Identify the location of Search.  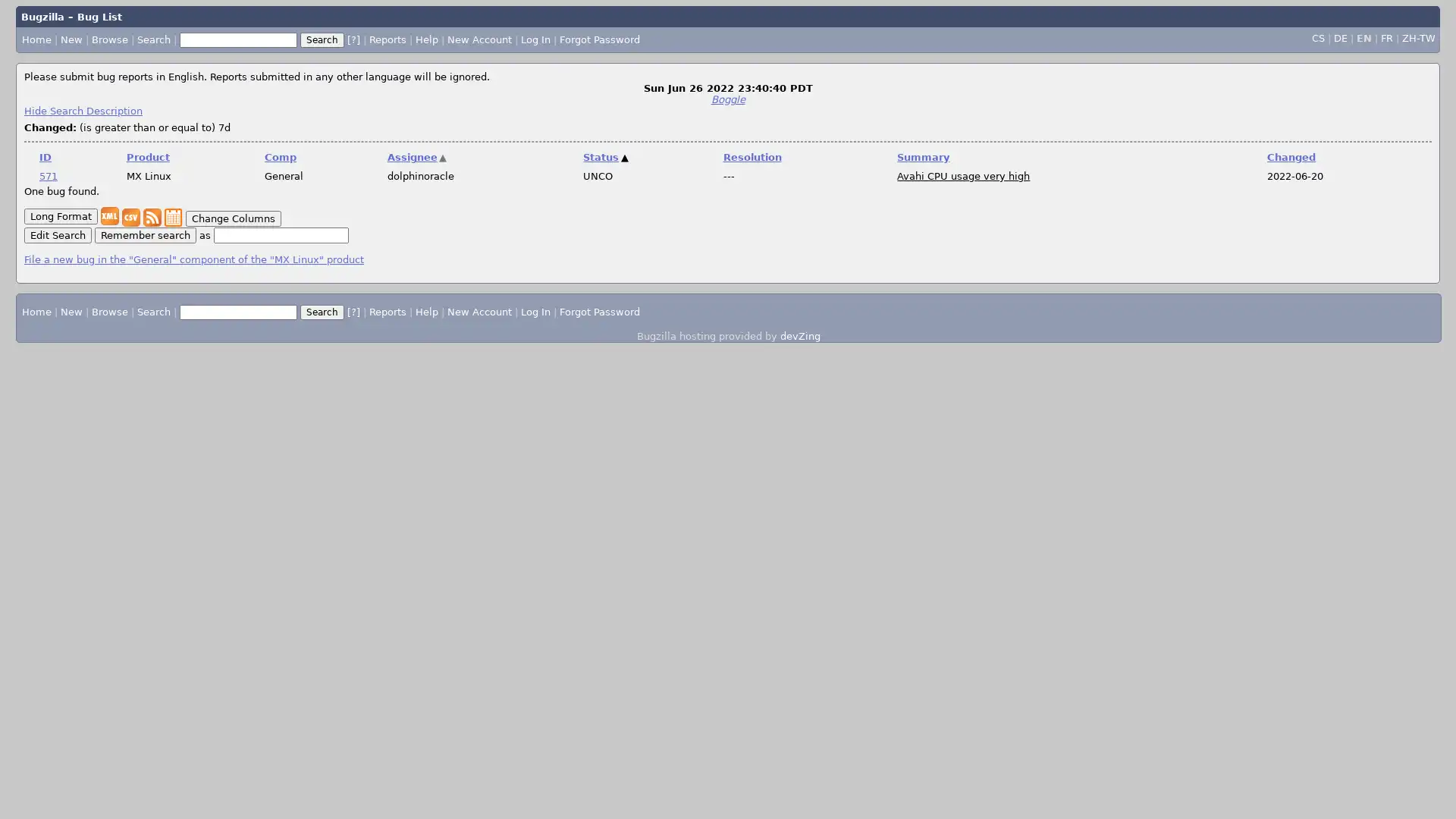
(320, 38).